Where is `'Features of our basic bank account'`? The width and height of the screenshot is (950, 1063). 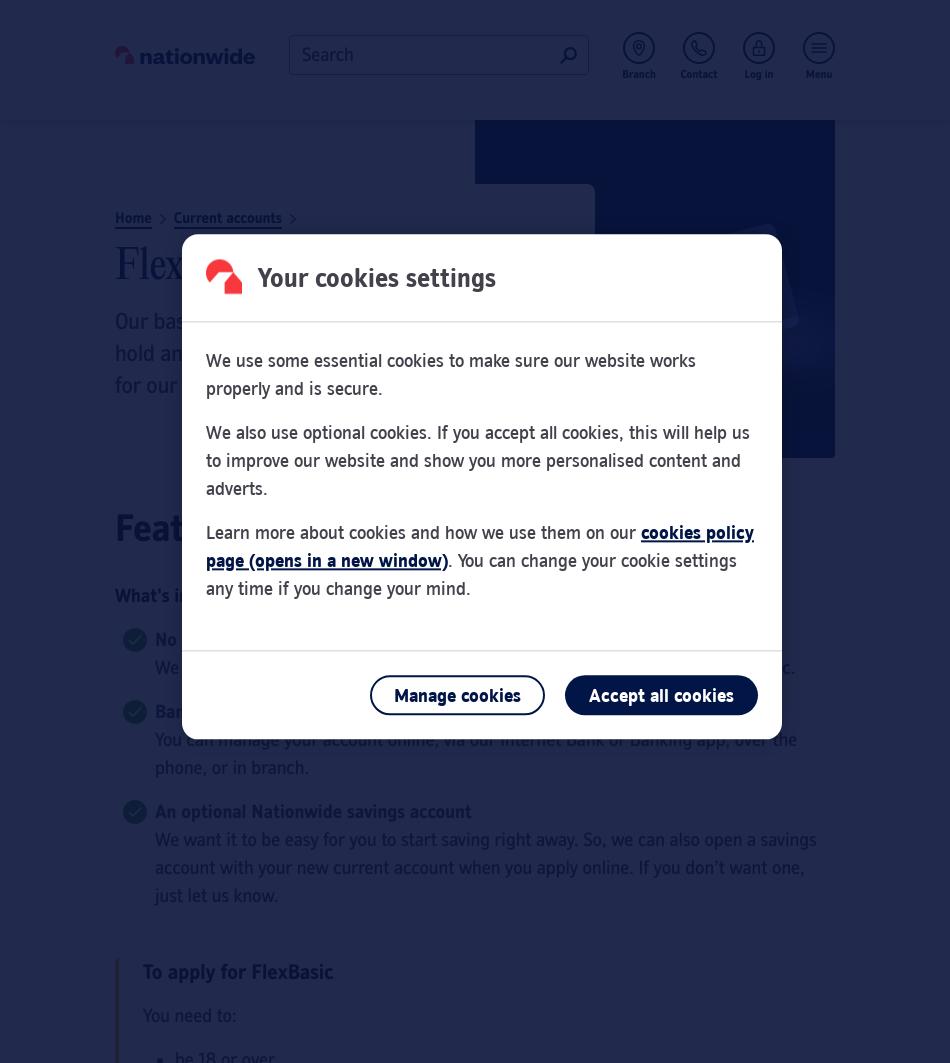 'Features of our basic bank account' is located at coordinates (387, 527).